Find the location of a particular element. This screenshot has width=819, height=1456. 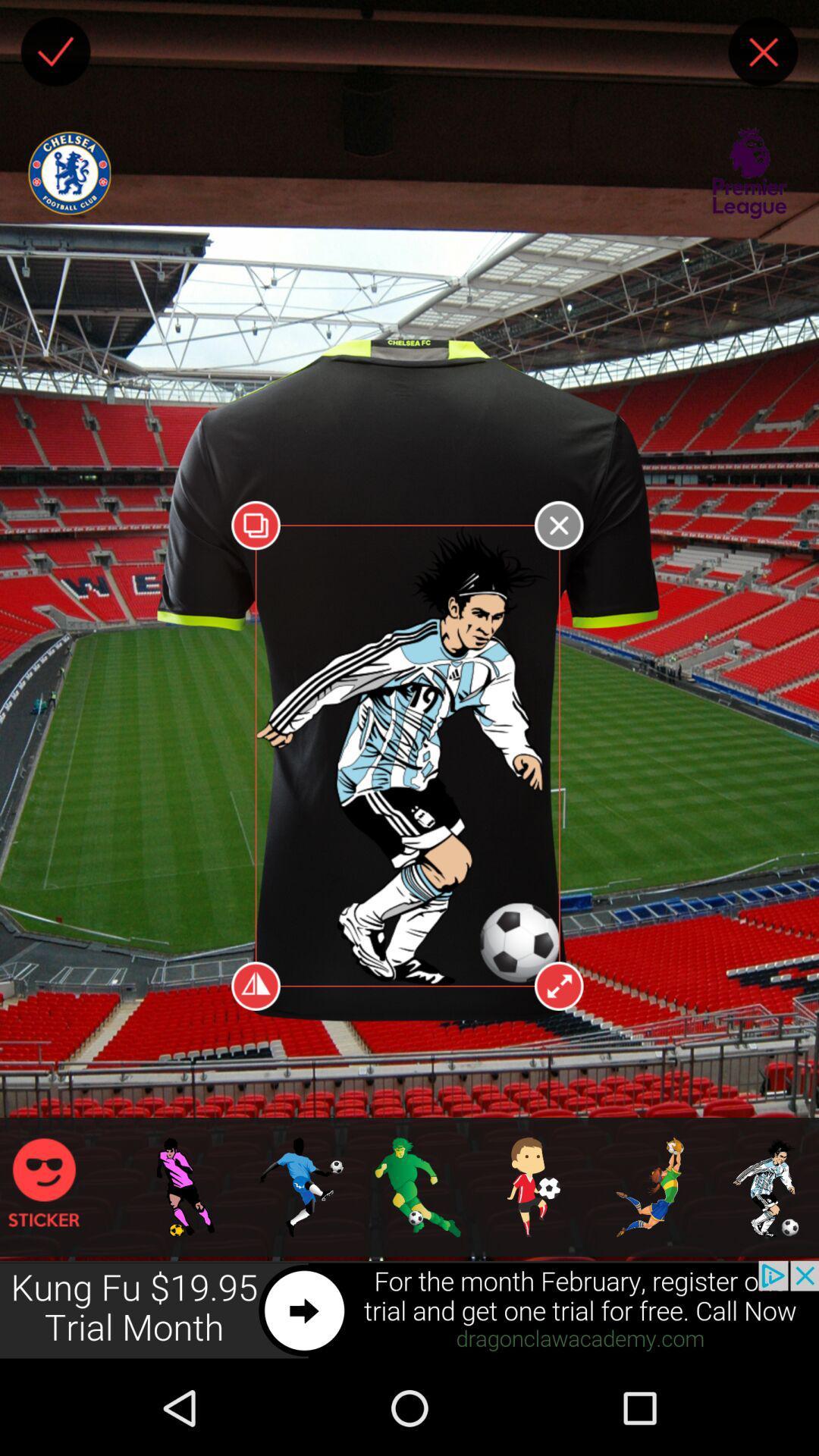

the font icon is located at coordinates (415, 1291).